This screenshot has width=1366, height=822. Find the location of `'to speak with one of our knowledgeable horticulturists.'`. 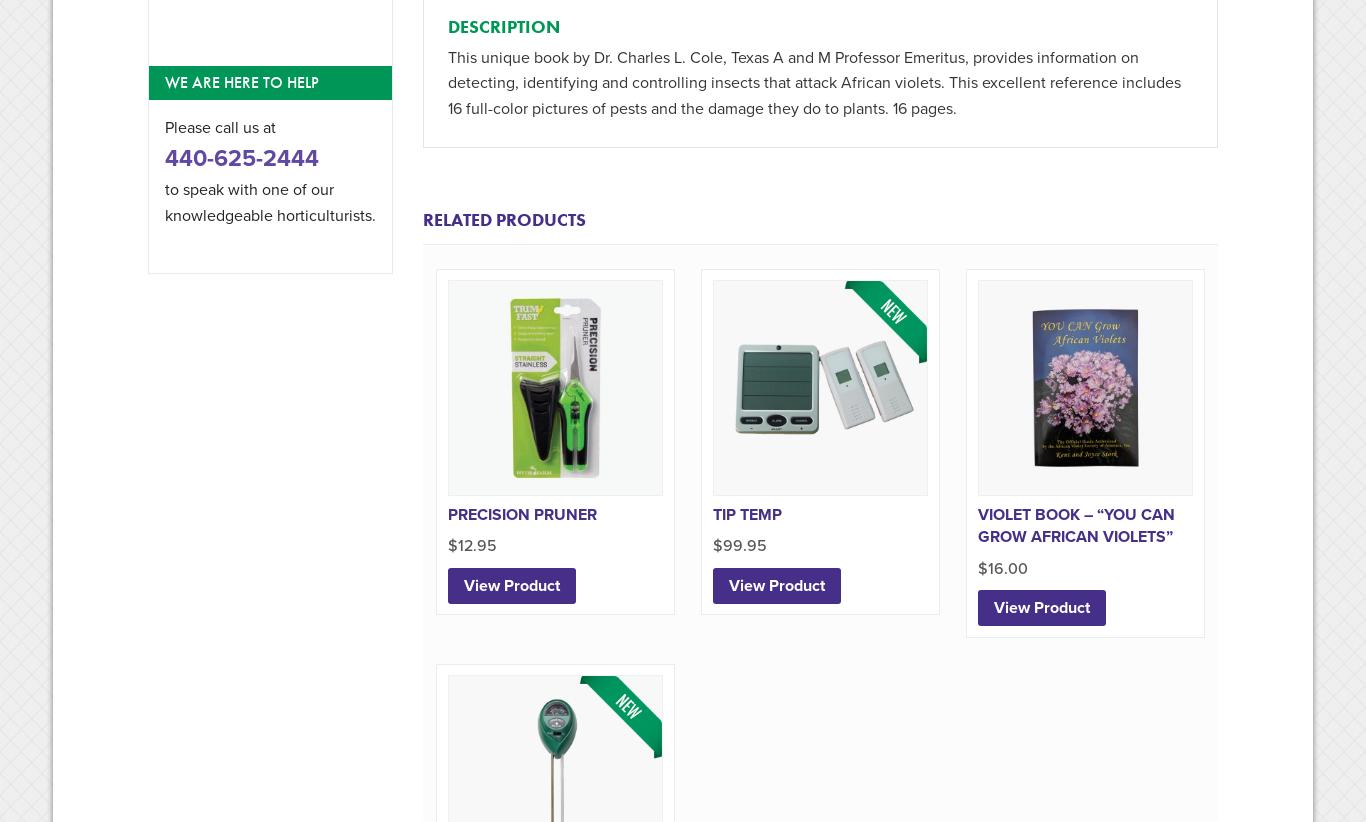

'to speak with one of our knowledgeable horticulturists.' is located at coordinates (270, 201).